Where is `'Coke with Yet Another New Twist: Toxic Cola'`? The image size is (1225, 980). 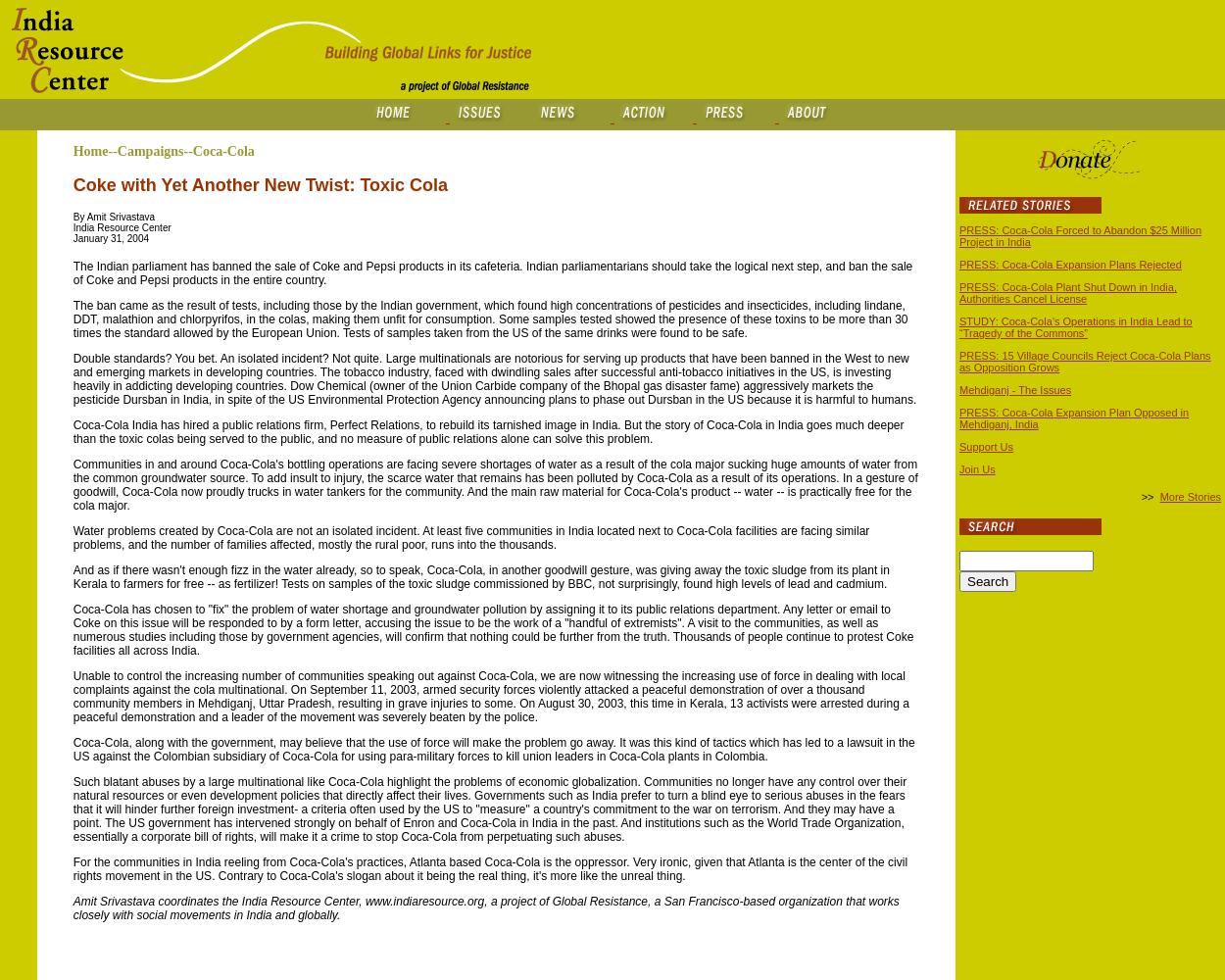 'Coke with Yet Another New Twist: Toxic Cola' is located at coordinates (260, 184).